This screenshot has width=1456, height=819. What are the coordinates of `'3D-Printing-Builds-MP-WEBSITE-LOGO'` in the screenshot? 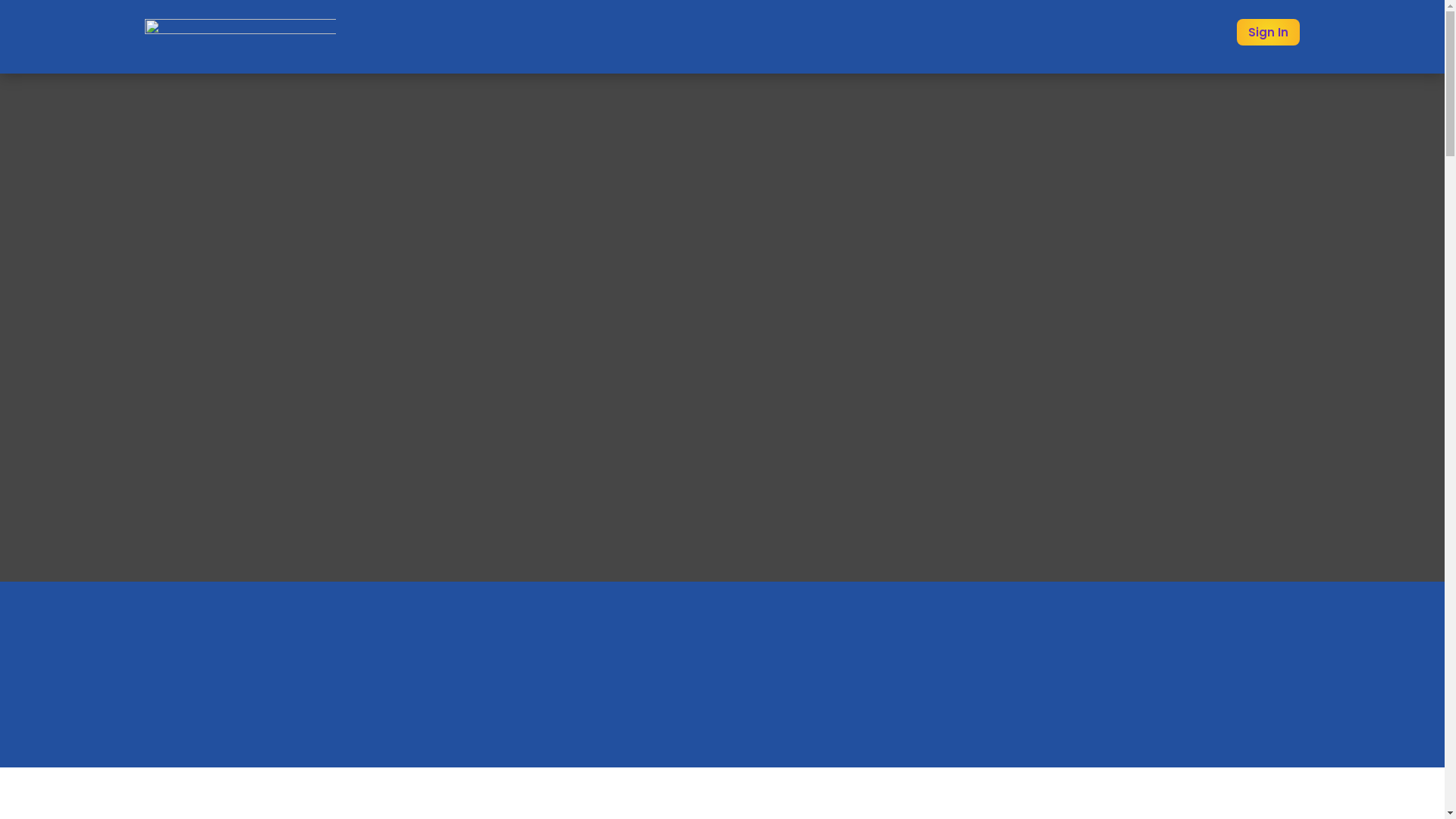 It's located at (239, 34).